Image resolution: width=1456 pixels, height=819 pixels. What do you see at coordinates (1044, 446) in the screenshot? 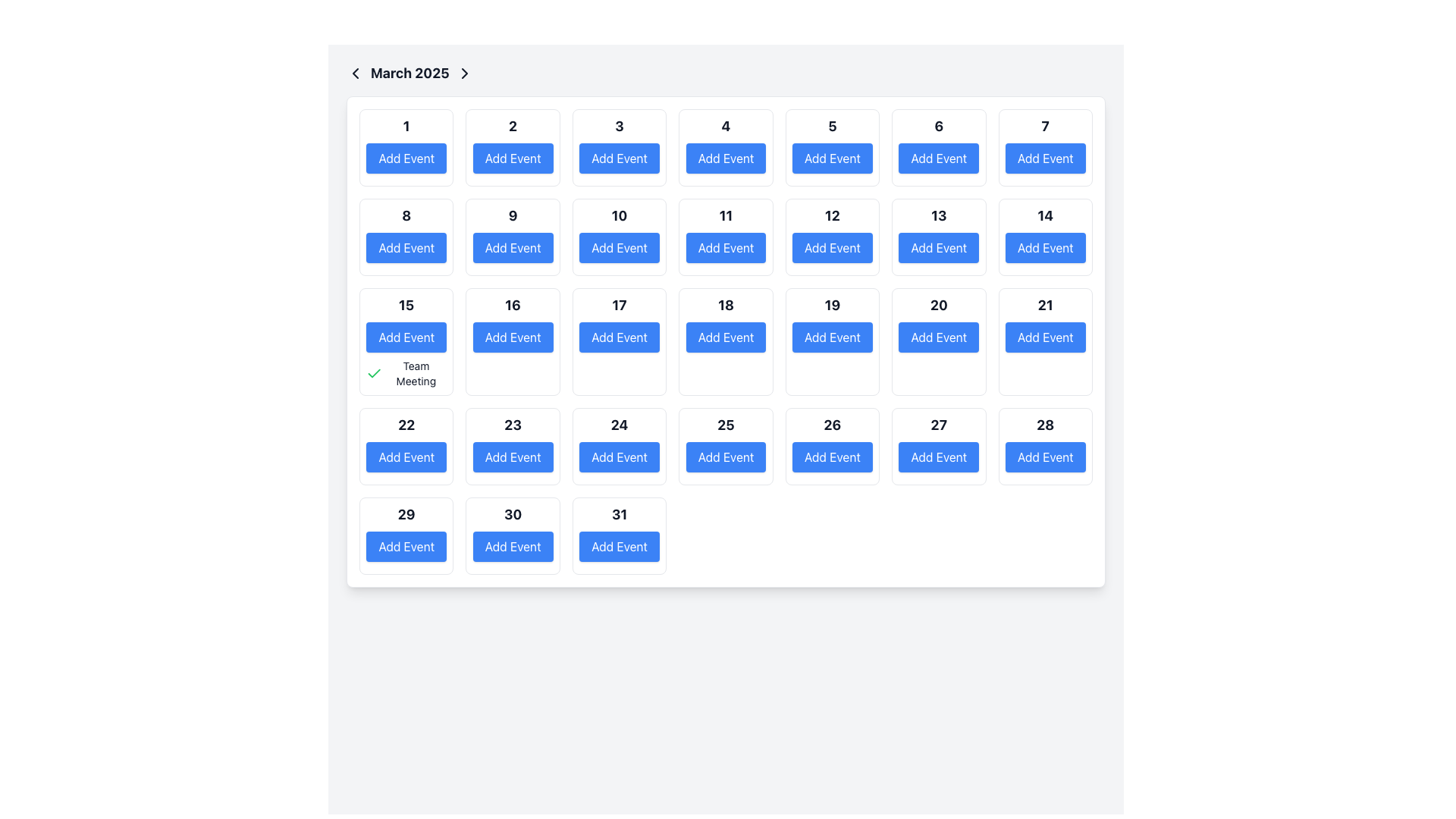
I see `the interactive button labeled 'Add Event' located in the 28th cell of the calendar grid` at bounding box center [1044, 446].